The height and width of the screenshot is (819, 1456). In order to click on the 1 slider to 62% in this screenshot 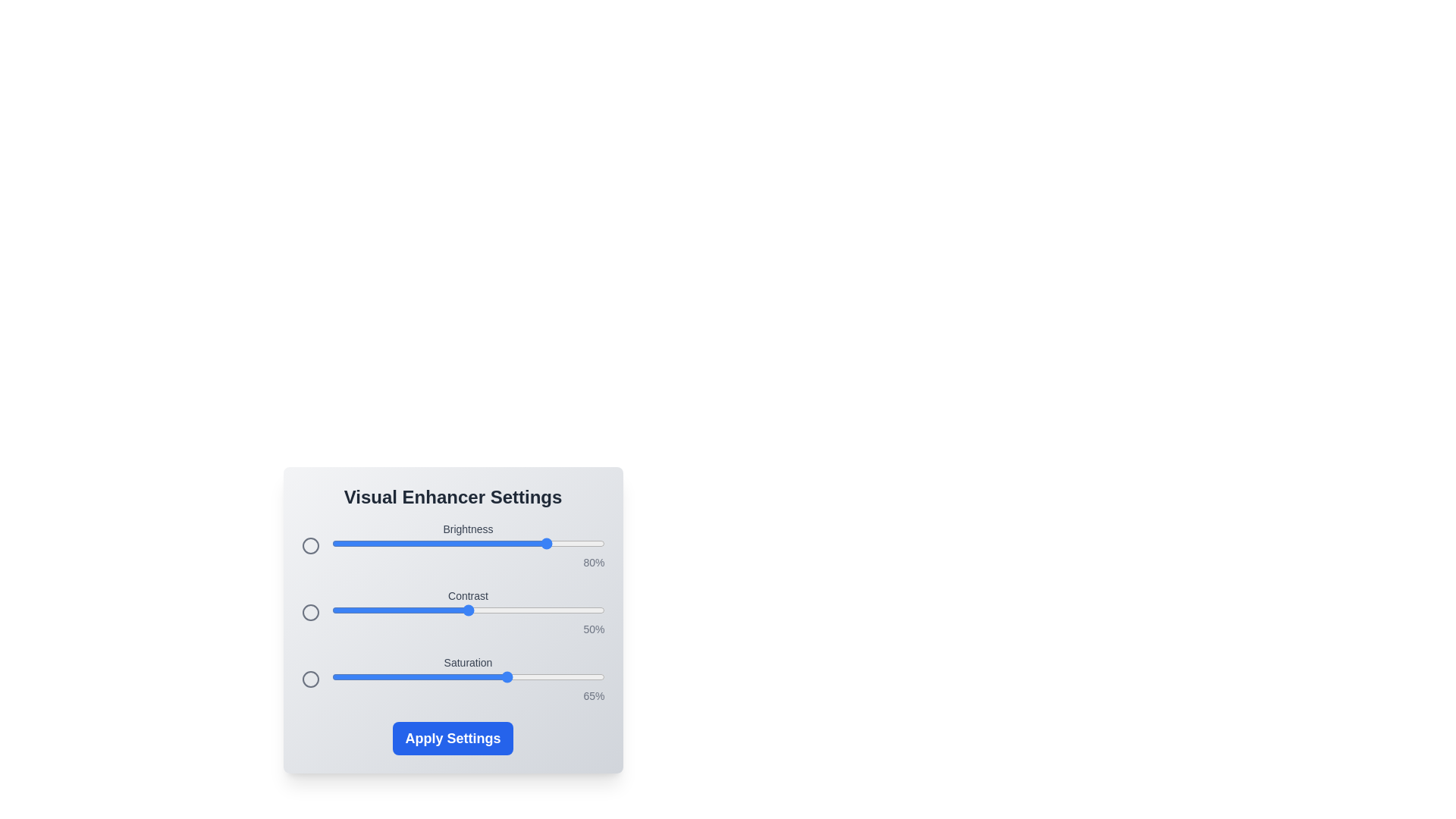, I will do `click(500, 610)`.